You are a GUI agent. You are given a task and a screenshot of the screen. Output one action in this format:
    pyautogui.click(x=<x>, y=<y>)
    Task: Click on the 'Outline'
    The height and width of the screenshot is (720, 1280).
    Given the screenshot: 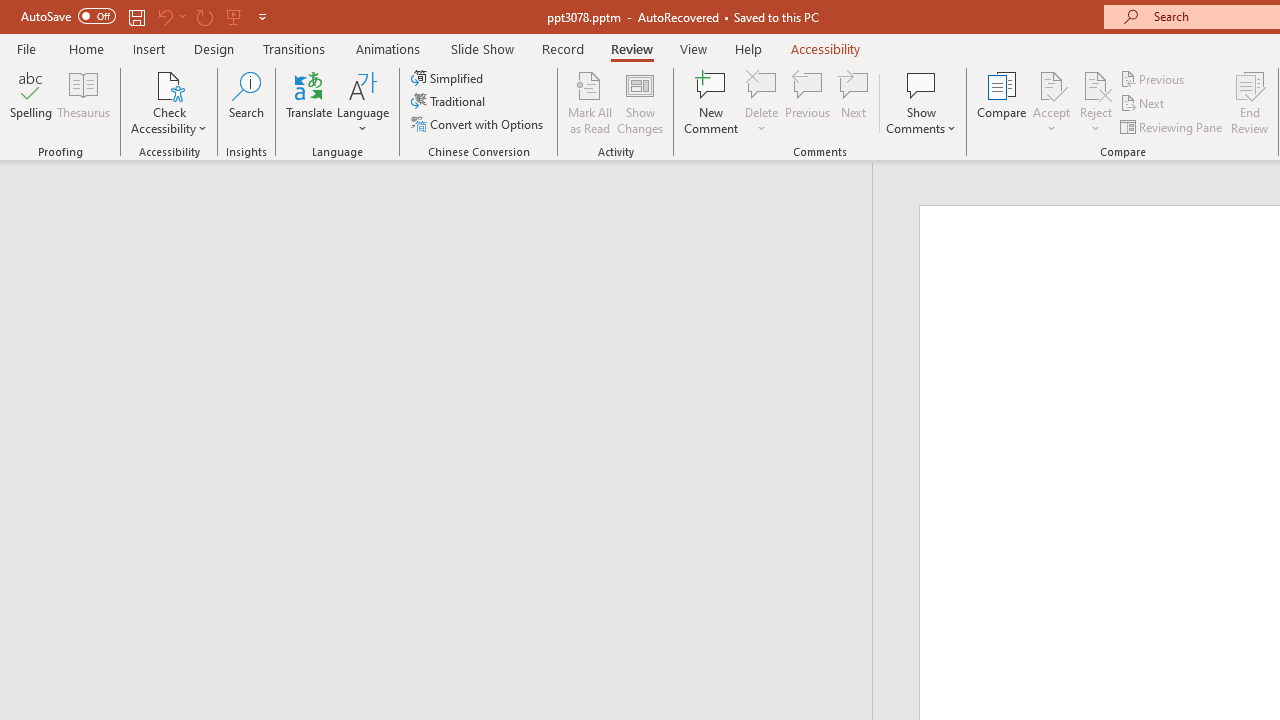 What is the action you would take?
    pyautogui.click(x=444, y=202)
    